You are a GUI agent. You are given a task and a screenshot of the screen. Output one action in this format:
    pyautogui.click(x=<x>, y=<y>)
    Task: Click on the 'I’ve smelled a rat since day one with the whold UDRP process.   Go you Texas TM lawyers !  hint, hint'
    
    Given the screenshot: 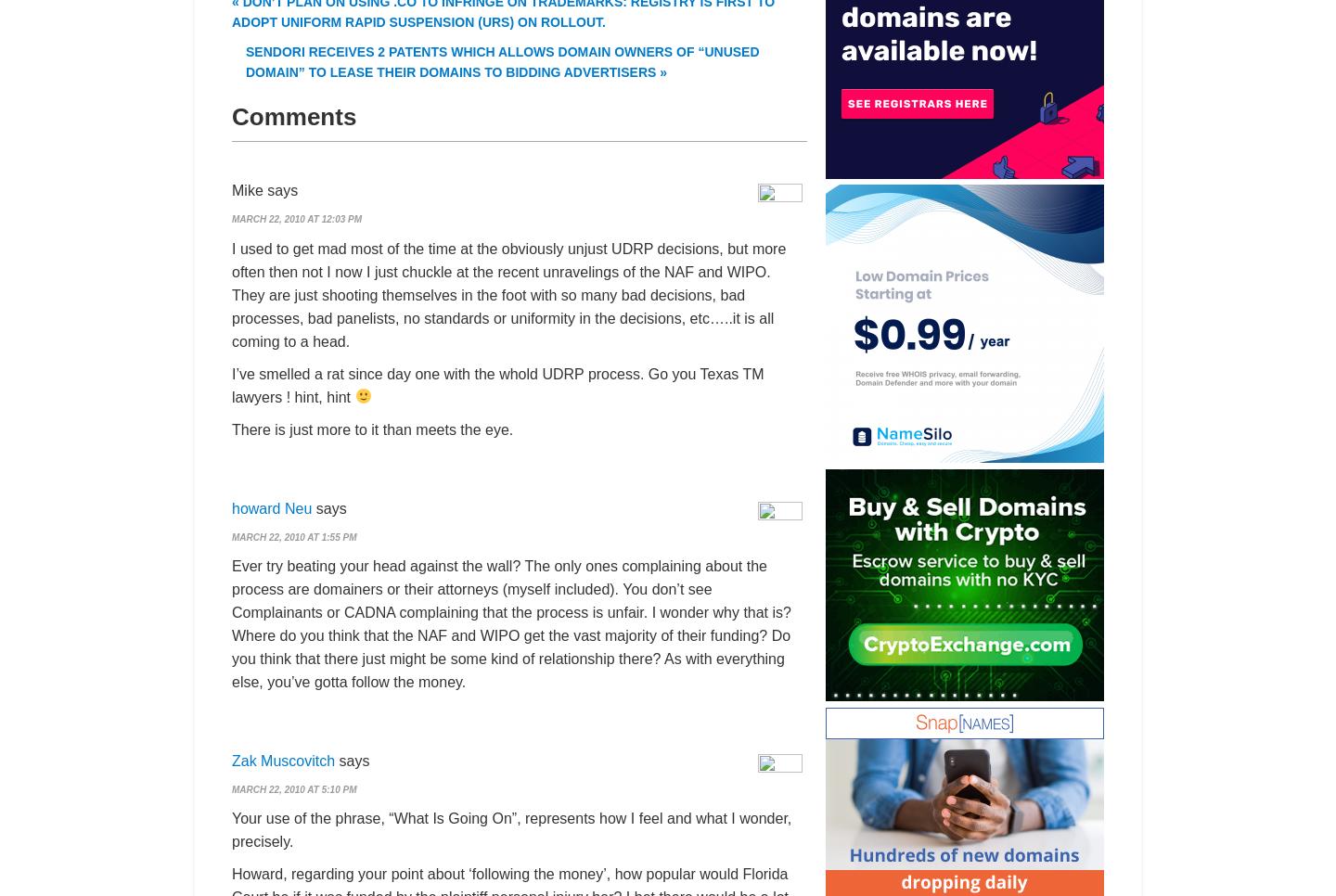 What is the action you would take?
    pyautogui.click(x=230, y=384)
    